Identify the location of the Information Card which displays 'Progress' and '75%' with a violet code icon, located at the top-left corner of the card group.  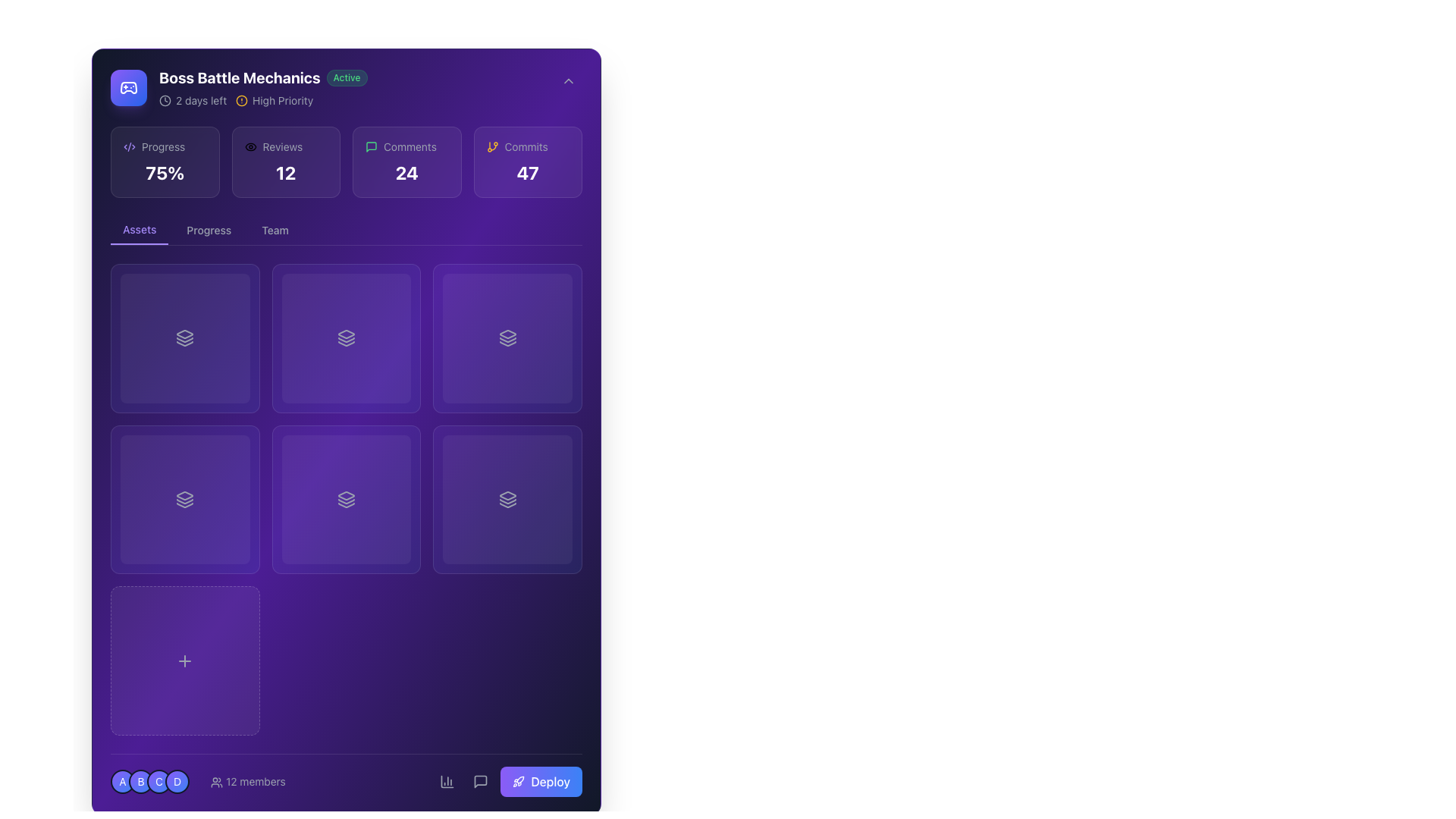
(165, 162).